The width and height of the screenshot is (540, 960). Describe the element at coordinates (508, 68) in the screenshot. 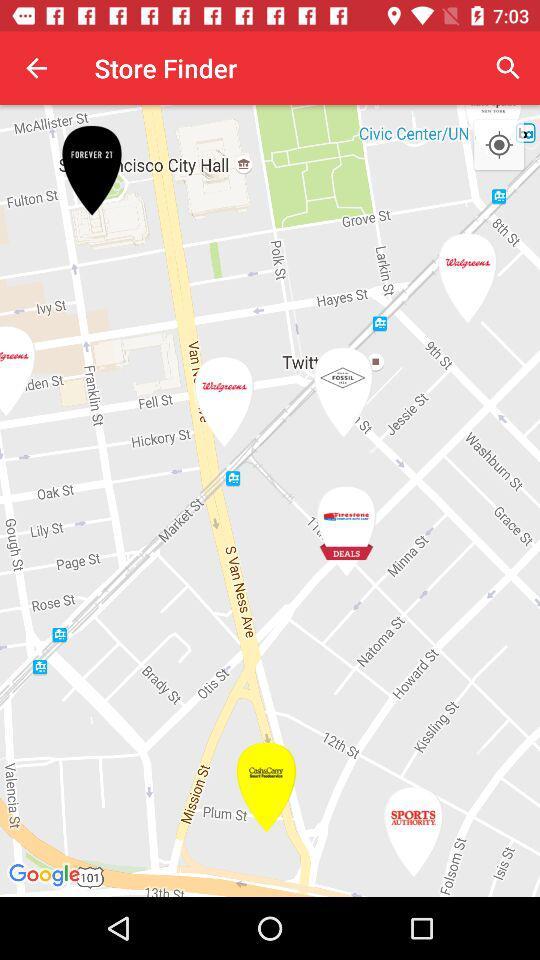

I see `item to the right of store finder item` at that location.